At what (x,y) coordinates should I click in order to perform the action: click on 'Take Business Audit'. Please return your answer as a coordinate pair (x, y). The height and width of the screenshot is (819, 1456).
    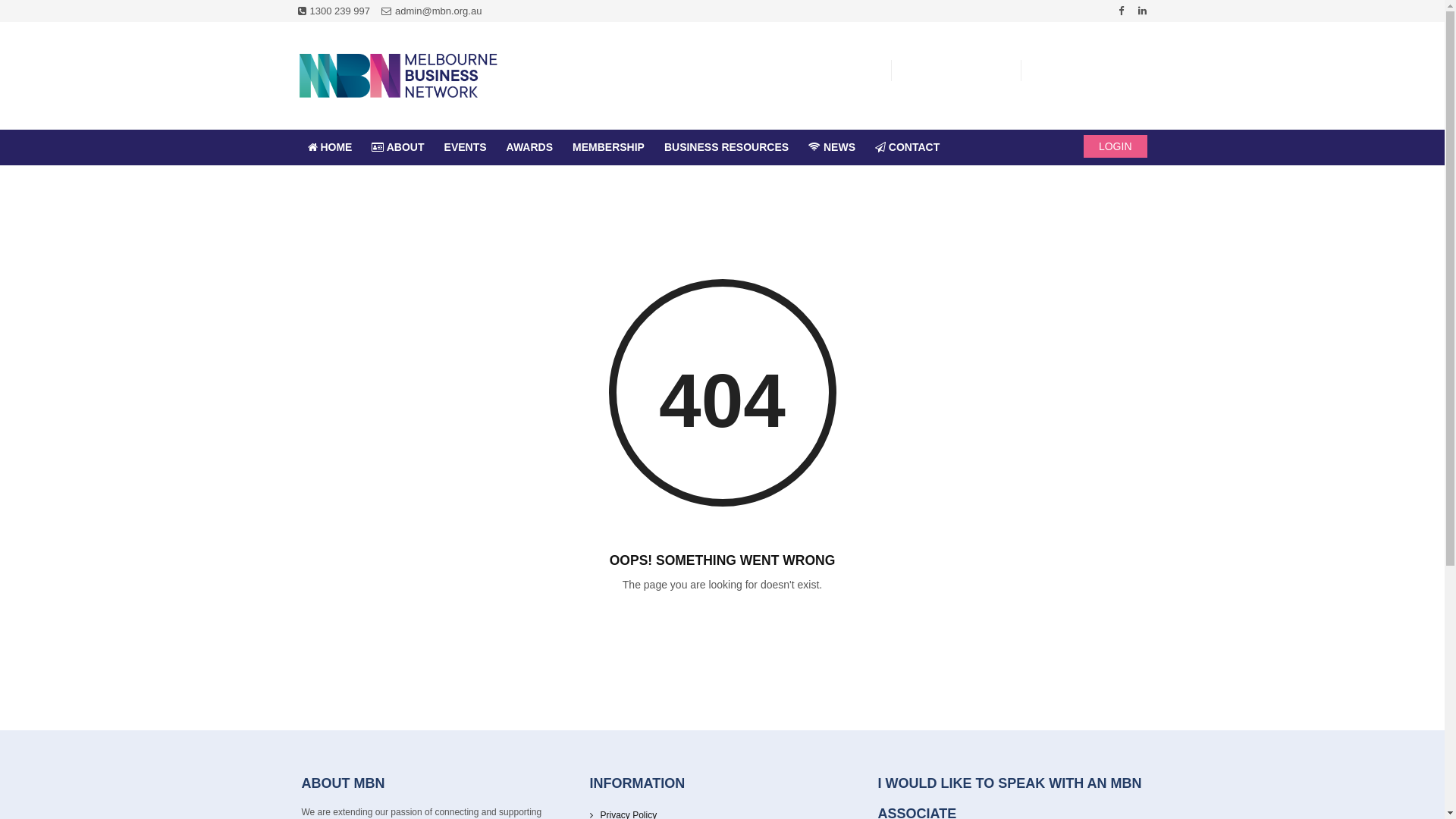
    Looking at the image, I should click on (820, 72).